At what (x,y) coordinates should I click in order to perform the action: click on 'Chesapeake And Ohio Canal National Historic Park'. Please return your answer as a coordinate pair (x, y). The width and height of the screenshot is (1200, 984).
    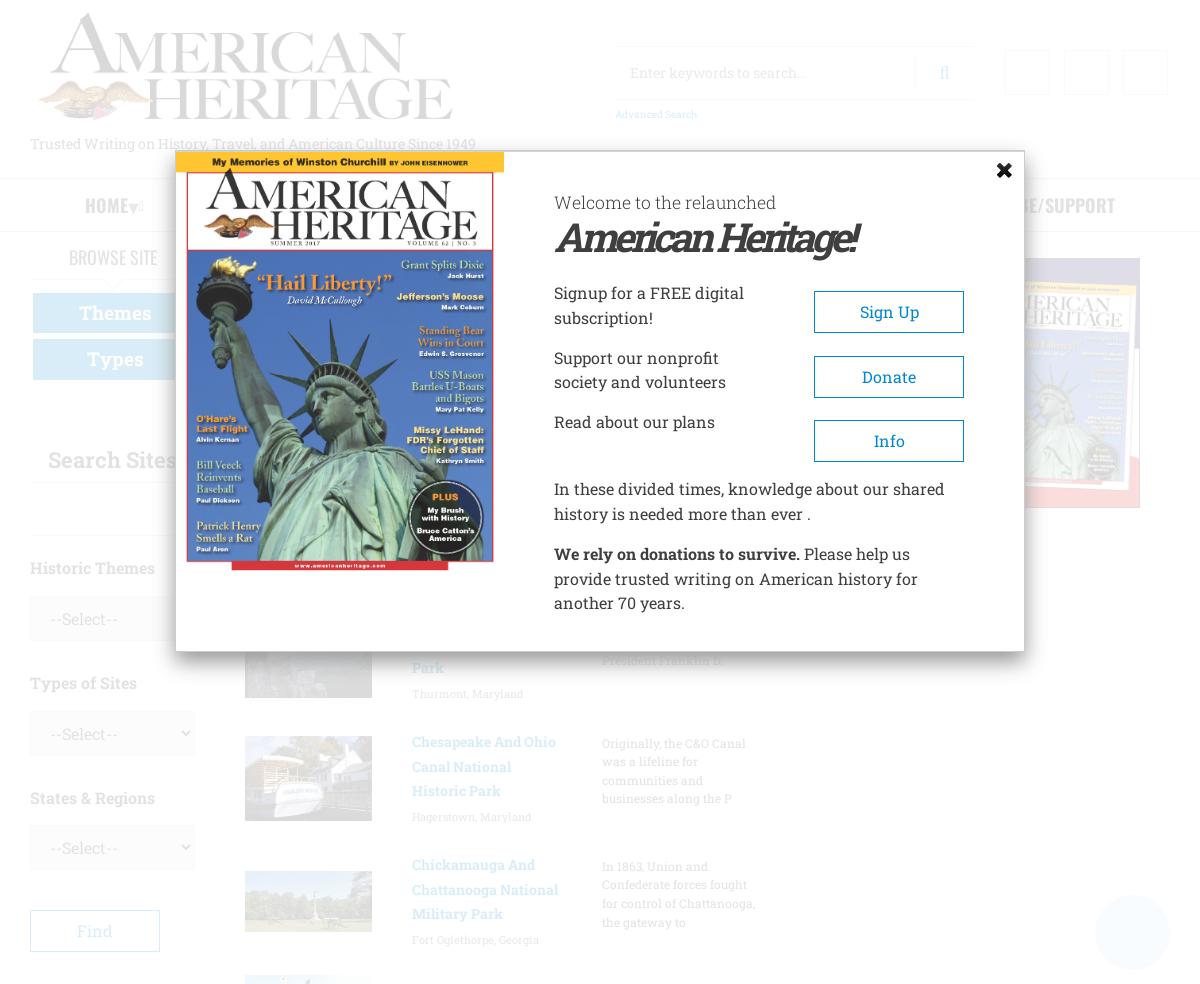
    Looking at the image, I should click on (411, 764).